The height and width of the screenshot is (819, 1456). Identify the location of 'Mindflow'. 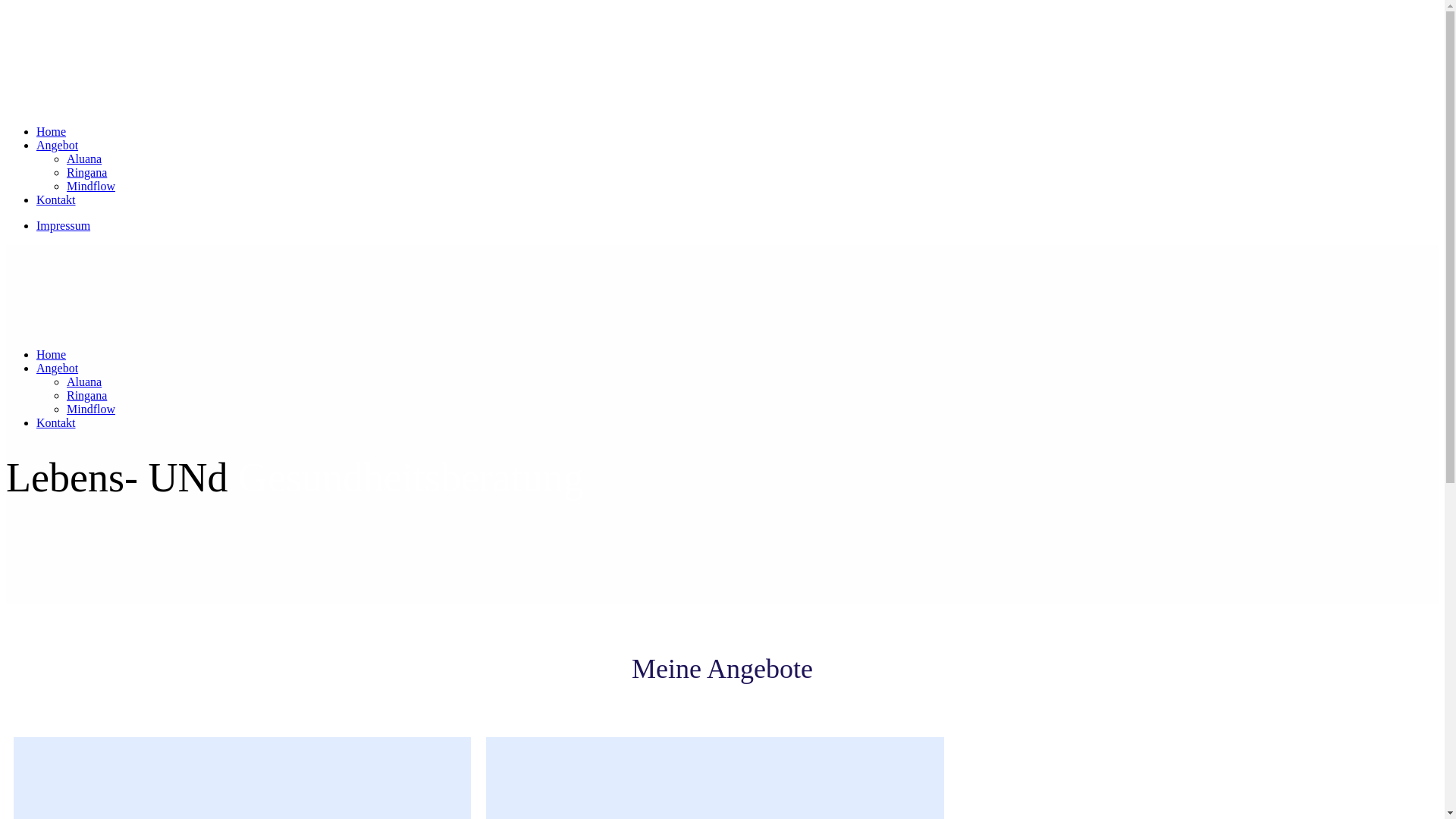
(90, 185).